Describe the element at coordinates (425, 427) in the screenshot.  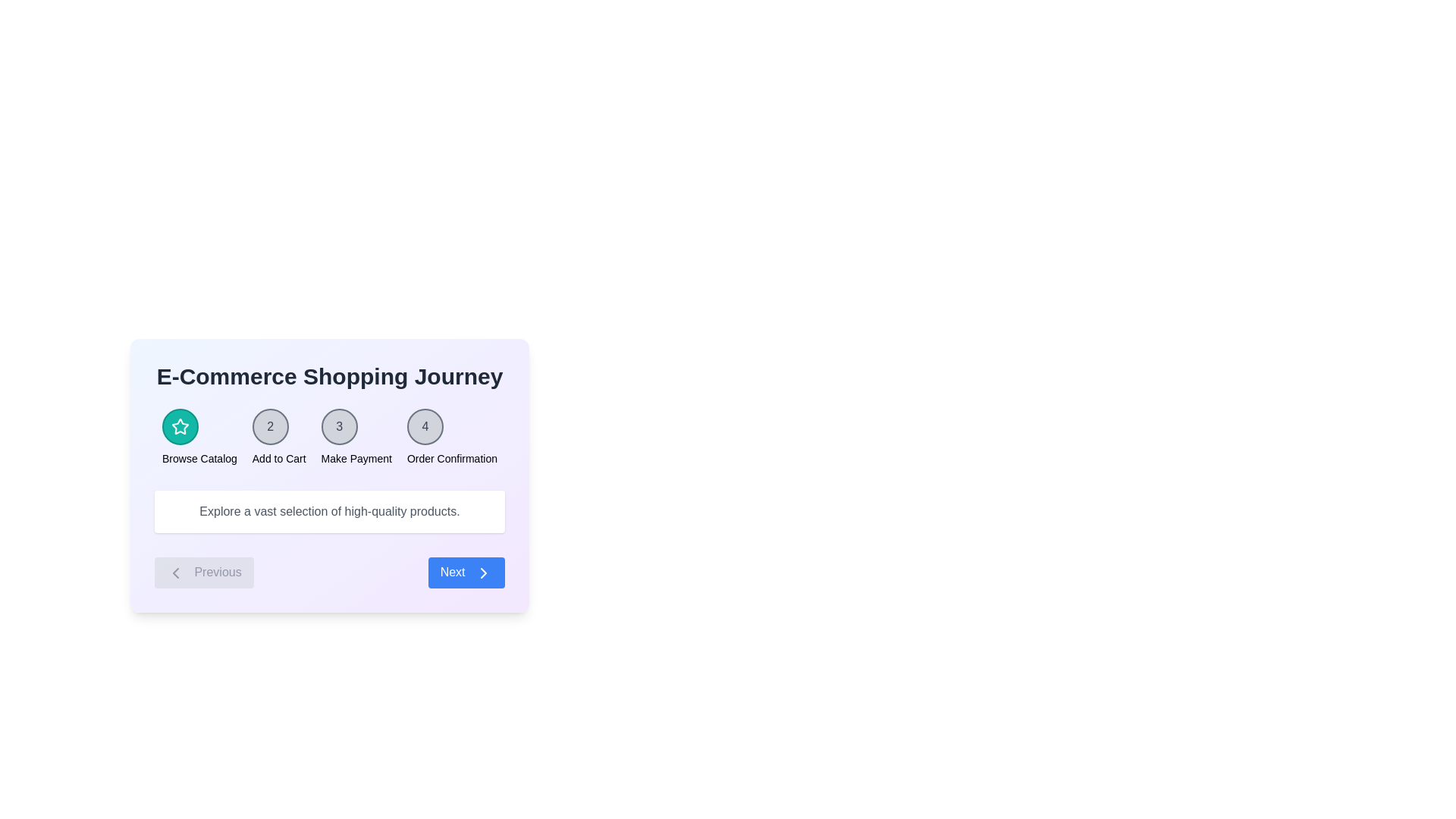
I see `the fourth step indicator button labeled 'Order Confirmation', which is positioned on the far-right end of a horizontally arranged sequence of buttons` at that location.